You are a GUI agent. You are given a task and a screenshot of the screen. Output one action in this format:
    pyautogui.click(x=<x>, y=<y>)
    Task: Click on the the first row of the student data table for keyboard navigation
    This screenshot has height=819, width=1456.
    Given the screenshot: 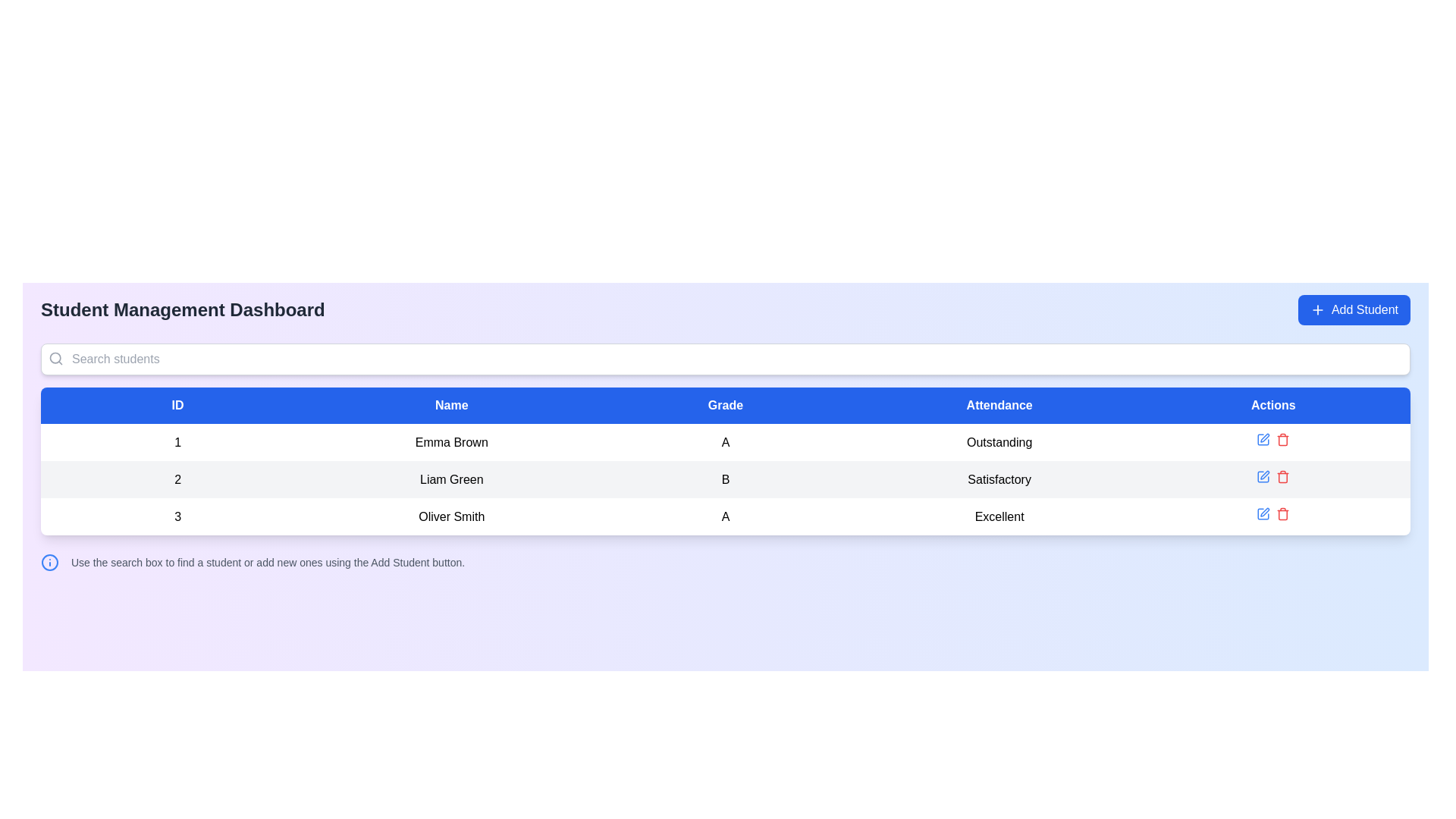 What is the action you would take?
    pyautogui.click(x=724, y=441)
    